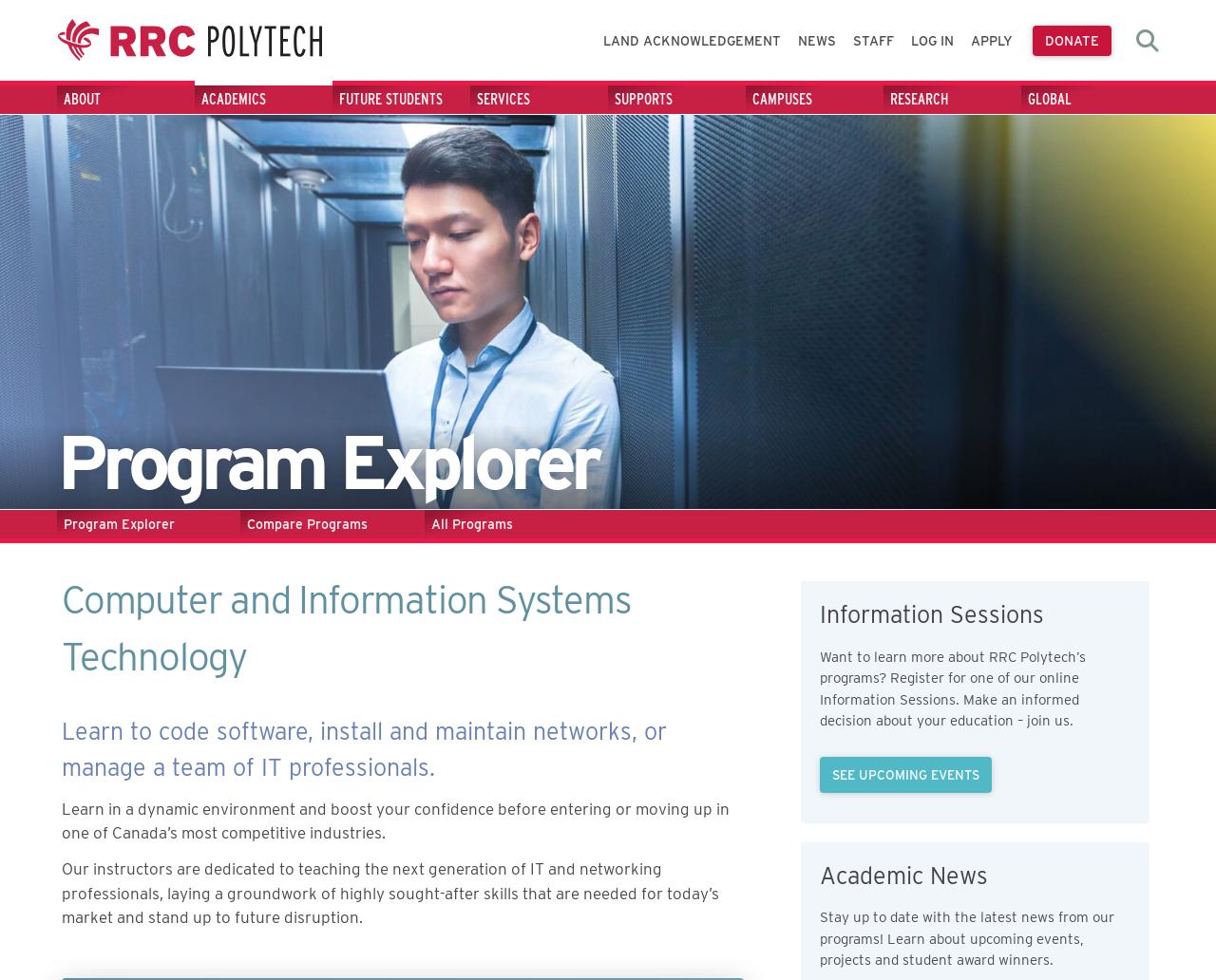  I want to click on 'See Upcoming Events', so click(904, 775).